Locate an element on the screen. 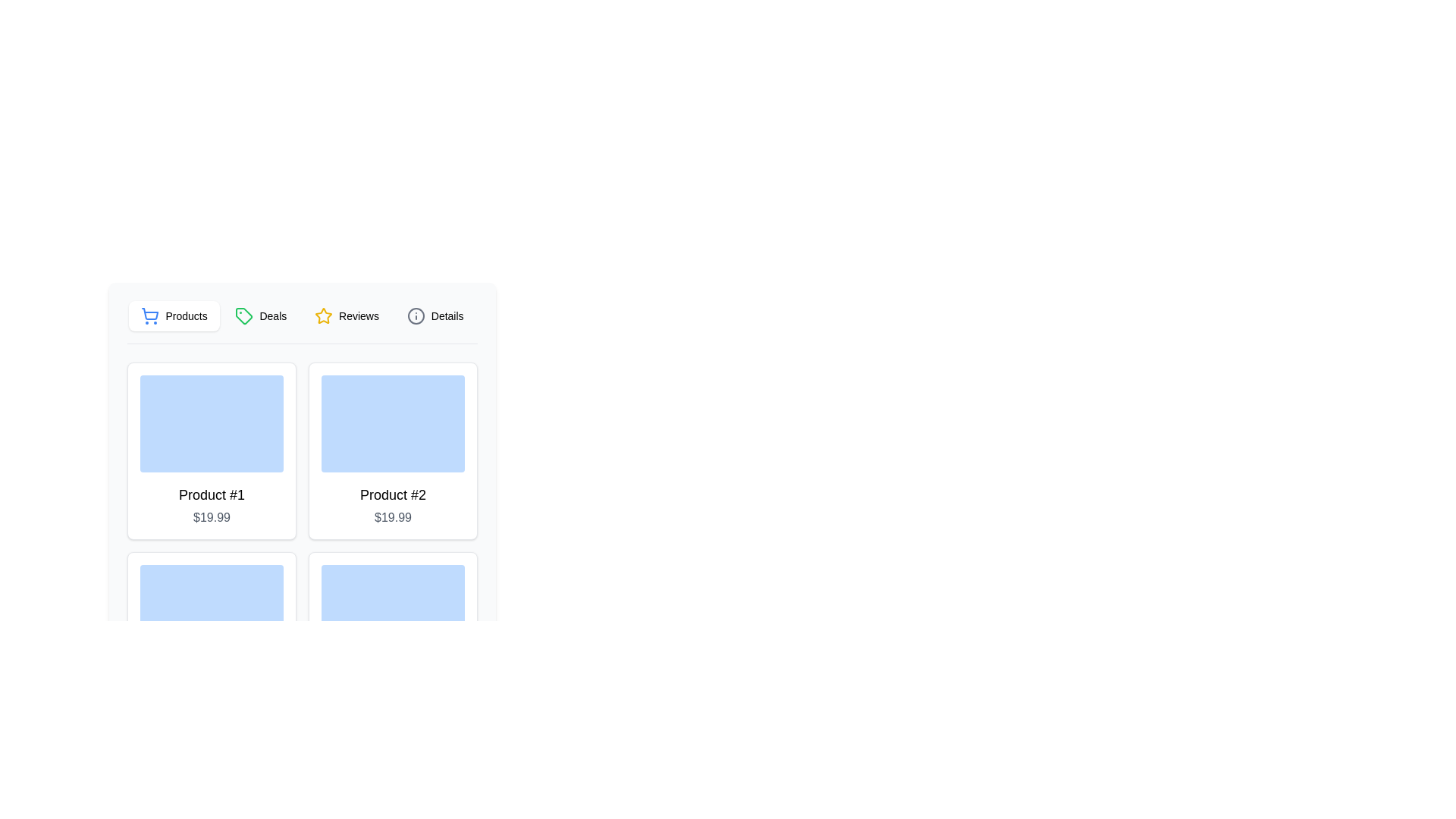 The height and width of the screenshot is (819, 1456). the circular info icon with an 'i' inside, located next to the 'Details' label in the top navigation menu is located at coordinates (416, 315).